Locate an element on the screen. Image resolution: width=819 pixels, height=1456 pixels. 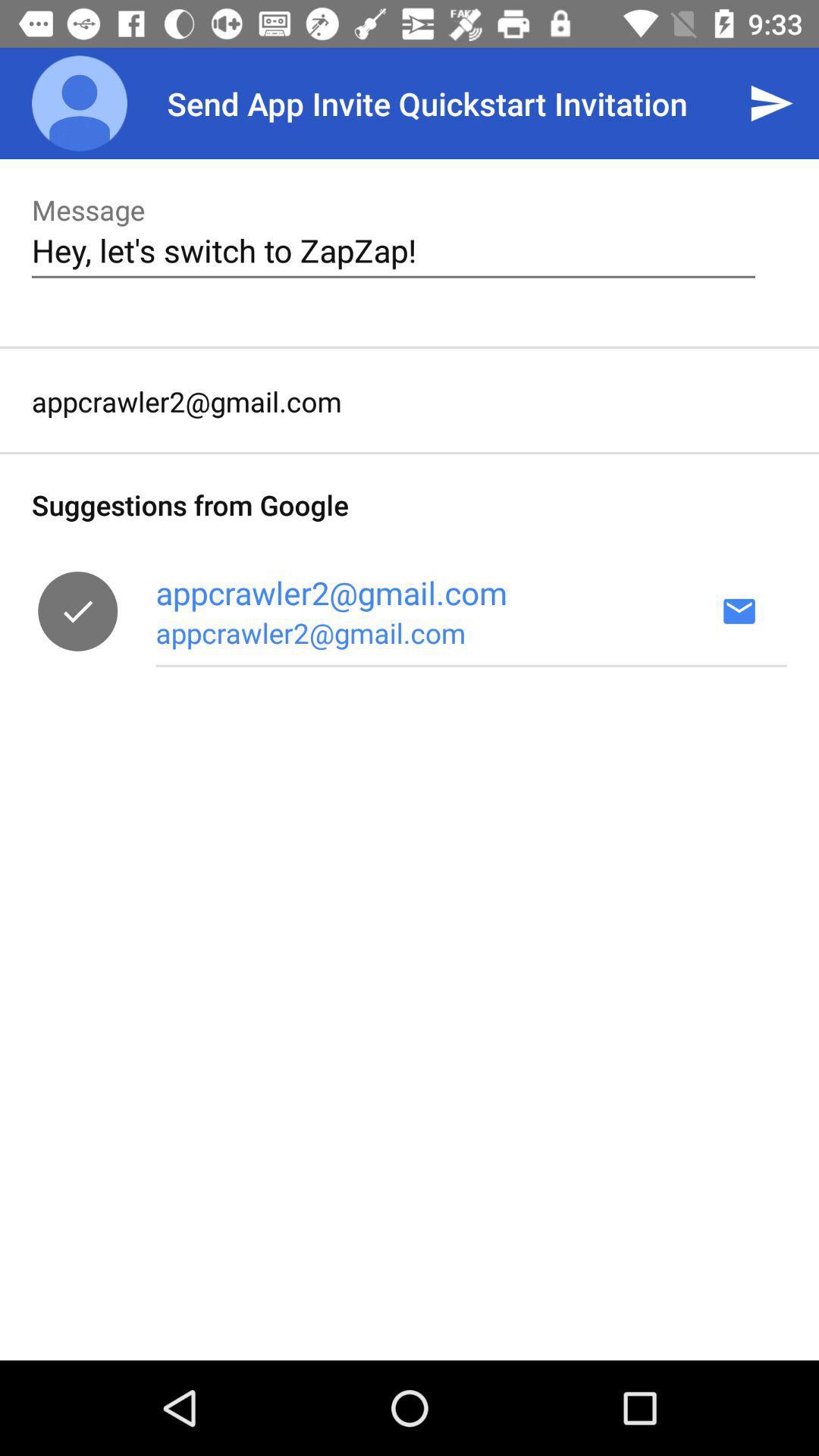
the item next to the send app invite app is located at coordinates (79, 102).